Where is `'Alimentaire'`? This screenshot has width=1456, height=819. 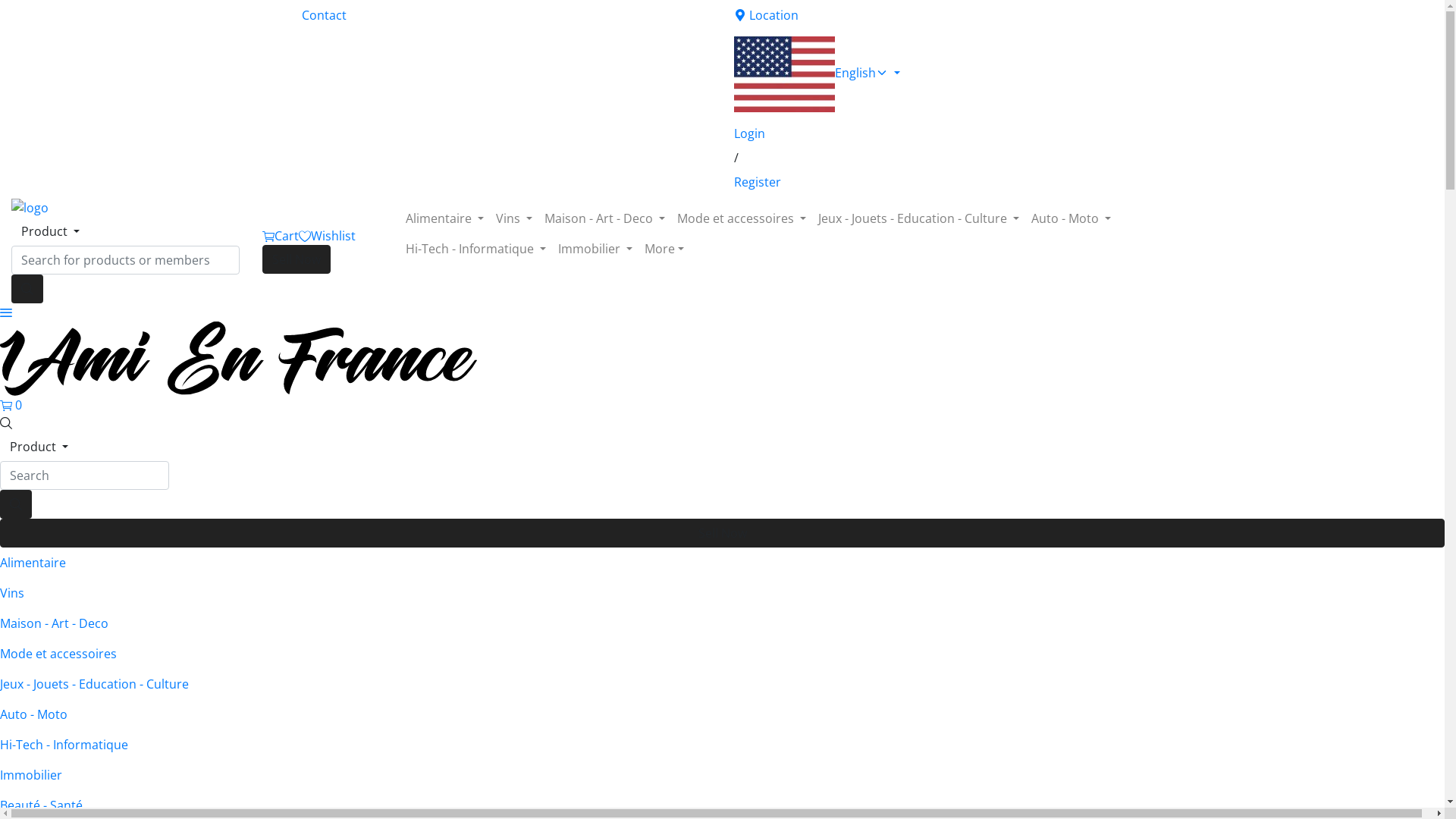
'Alimentaire' is located at coordinates (400, 218).